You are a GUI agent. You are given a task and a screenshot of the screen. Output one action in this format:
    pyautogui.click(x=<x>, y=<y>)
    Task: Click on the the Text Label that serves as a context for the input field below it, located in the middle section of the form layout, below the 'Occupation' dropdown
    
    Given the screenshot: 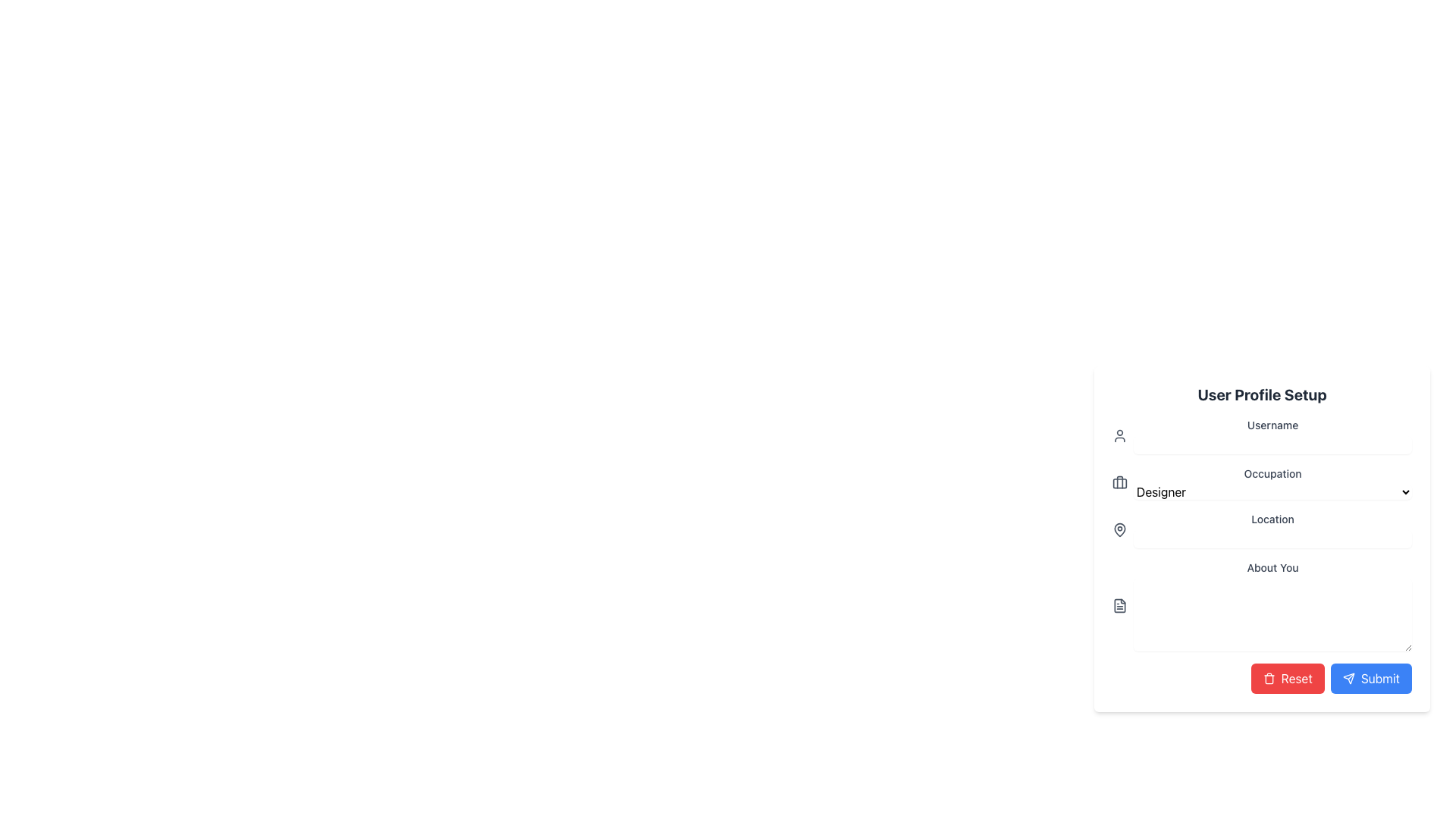 What is the action you would take?
    pyautogui.click(x=1272, y=519)
    